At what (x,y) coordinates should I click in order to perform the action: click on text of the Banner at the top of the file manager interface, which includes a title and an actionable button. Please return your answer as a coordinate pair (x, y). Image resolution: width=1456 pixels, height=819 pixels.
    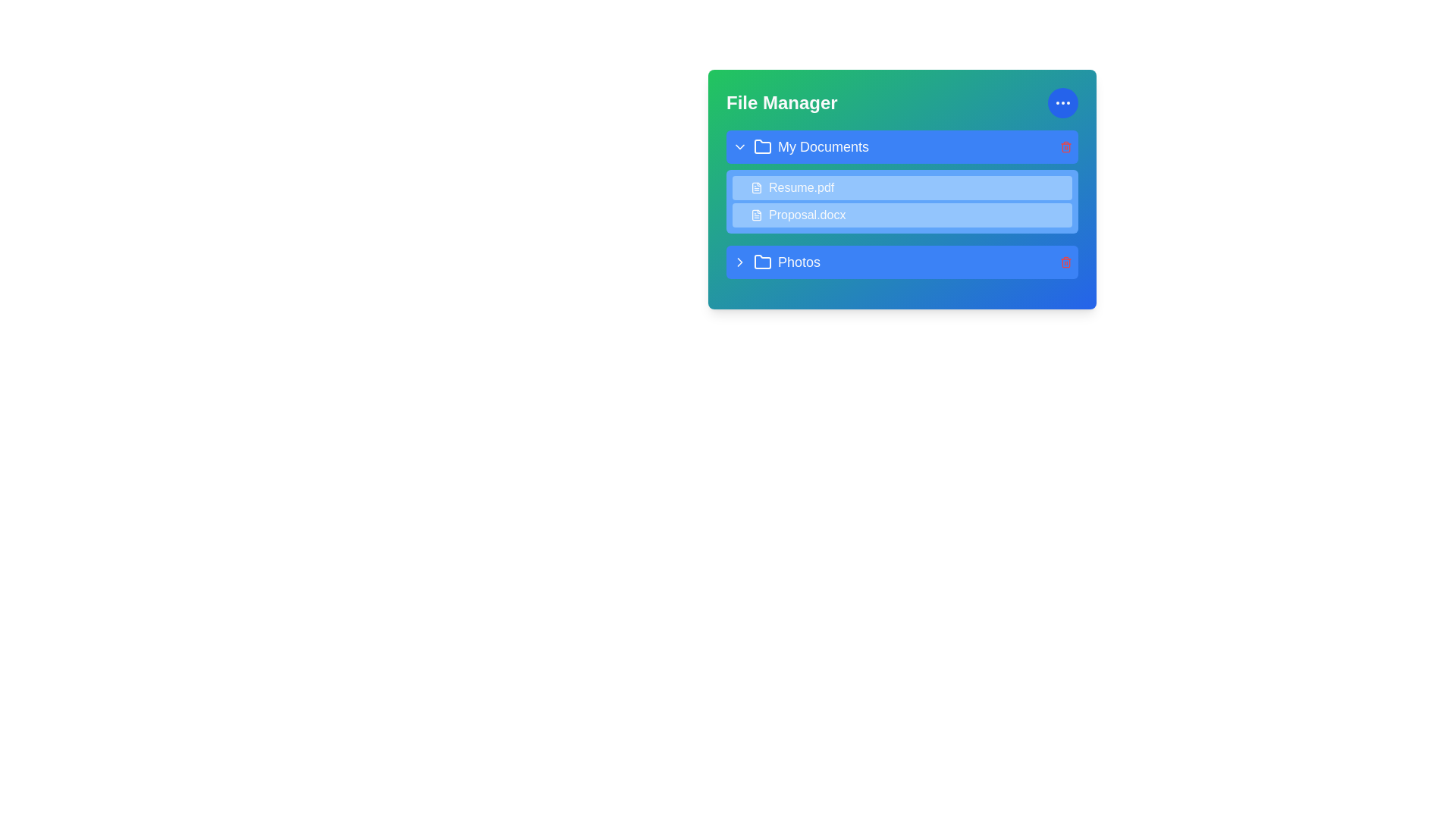
    Looking at the image, I should click on (902, 102).